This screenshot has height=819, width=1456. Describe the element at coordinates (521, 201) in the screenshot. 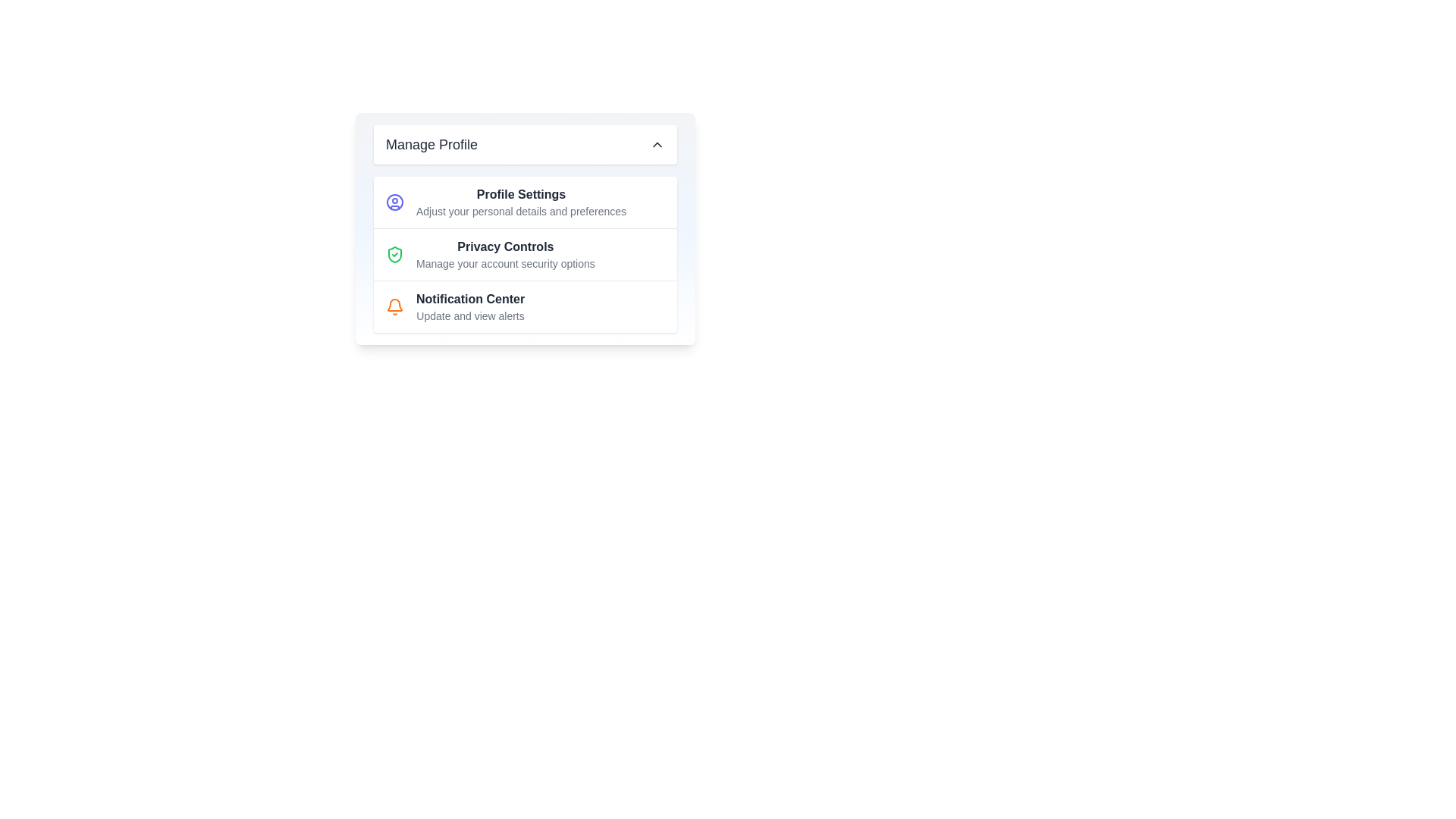

I see `the 'Profile Settings' text block for accessibility navigation. This text block is styled with bold black font for the title and smaller gray font for the description, positioned within the 'Manage Profile' menu list` at that location.